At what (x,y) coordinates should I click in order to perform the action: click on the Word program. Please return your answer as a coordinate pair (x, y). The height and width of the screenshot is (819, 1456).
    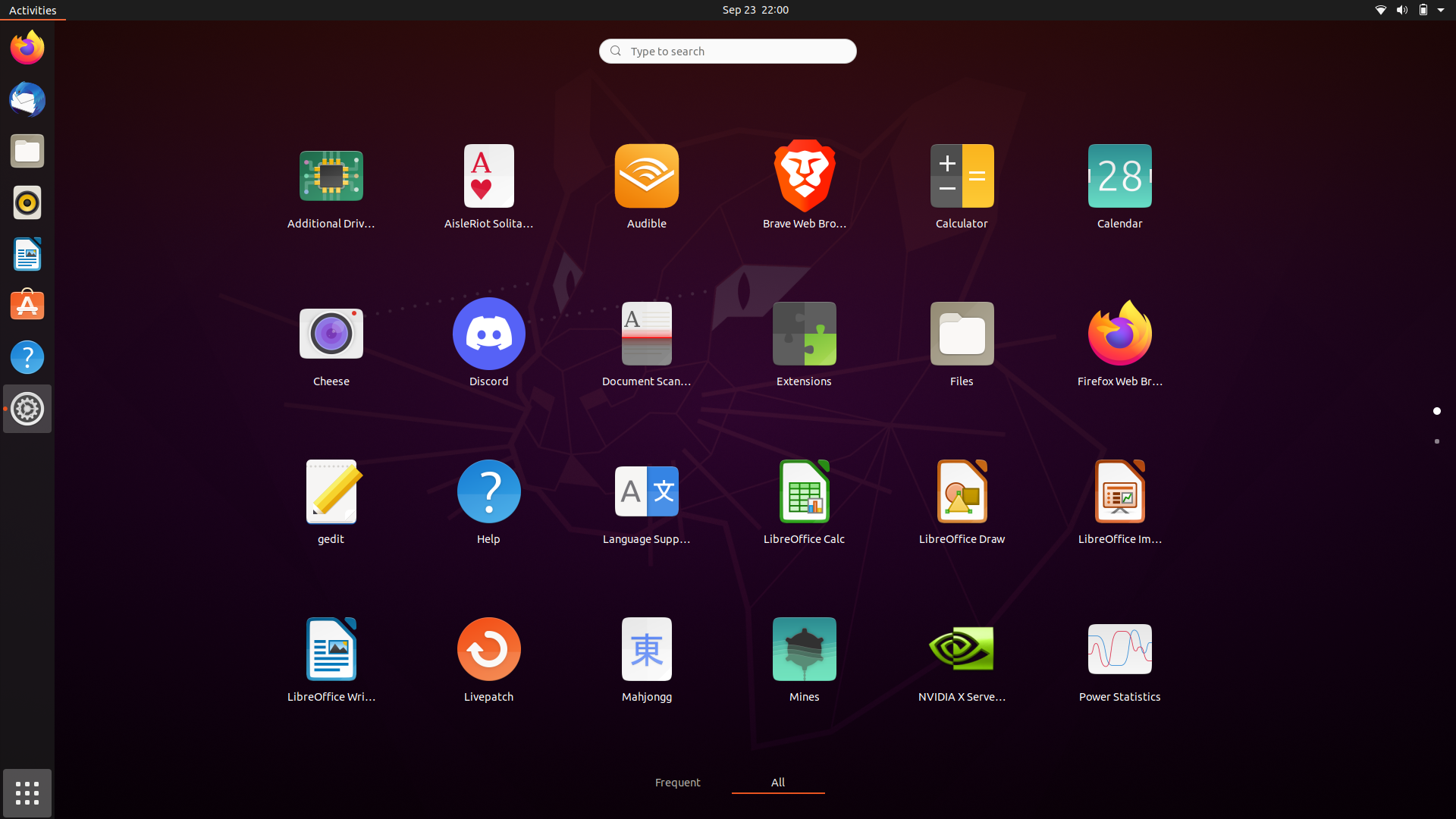
    Looking at the image, I should click on (331, 657).